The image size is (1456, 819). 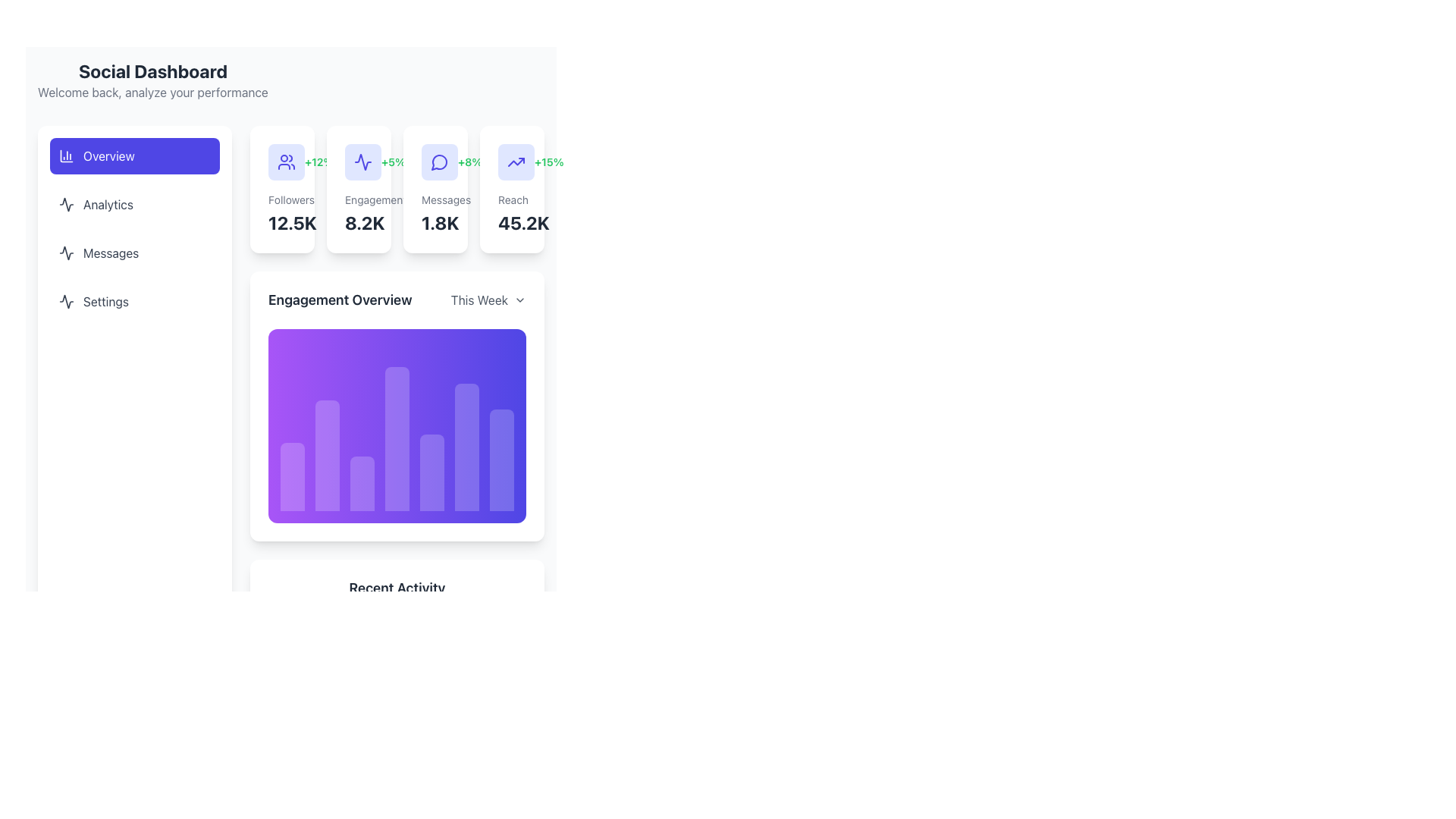 What do you see at coordinates (393, 162) in the screenshot?
I see `the Statistical Display Text located in the second card of the dashboard, which displays a percentage change or increment value adjacent to a line chart icon` at bounding box center [393, 162].